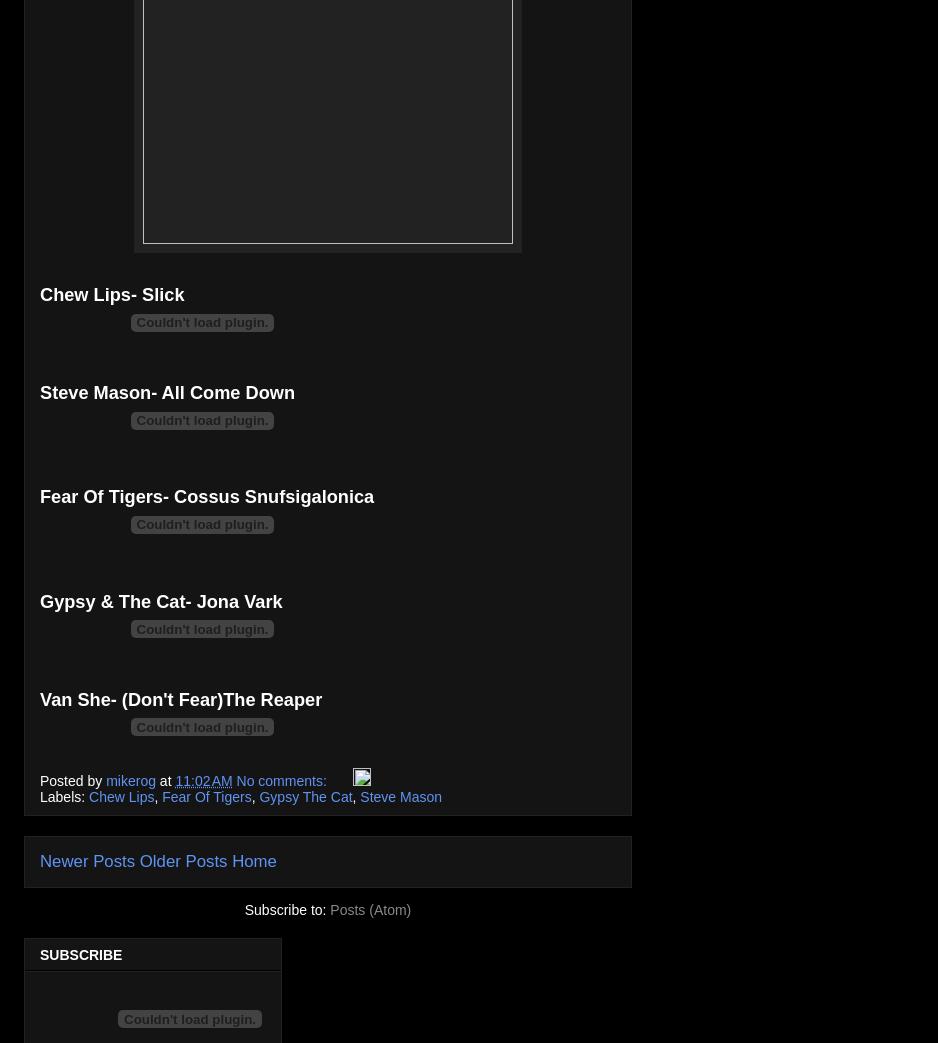 This screenshot has height=1043, width=938. What do you see at coordinates (38, 778) in the screenshot?
I see `'Posted by'` at bounding box center [38, 778].